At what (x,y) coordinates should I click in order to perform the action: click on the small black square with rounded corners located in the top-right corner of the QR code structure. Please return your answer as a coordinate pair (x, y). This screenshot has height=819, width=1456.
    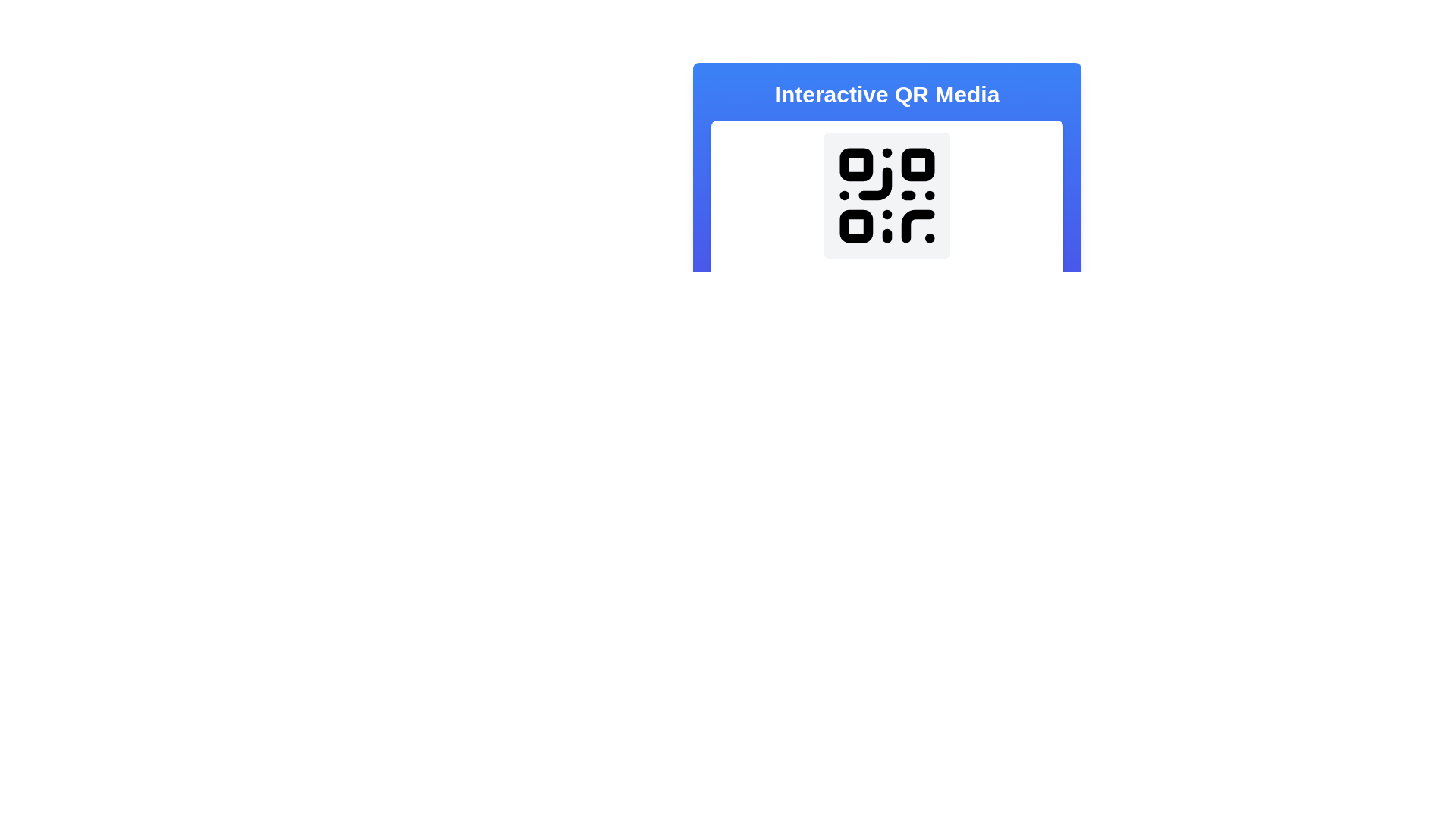
    Looking at the image, I should click on (917, 165).